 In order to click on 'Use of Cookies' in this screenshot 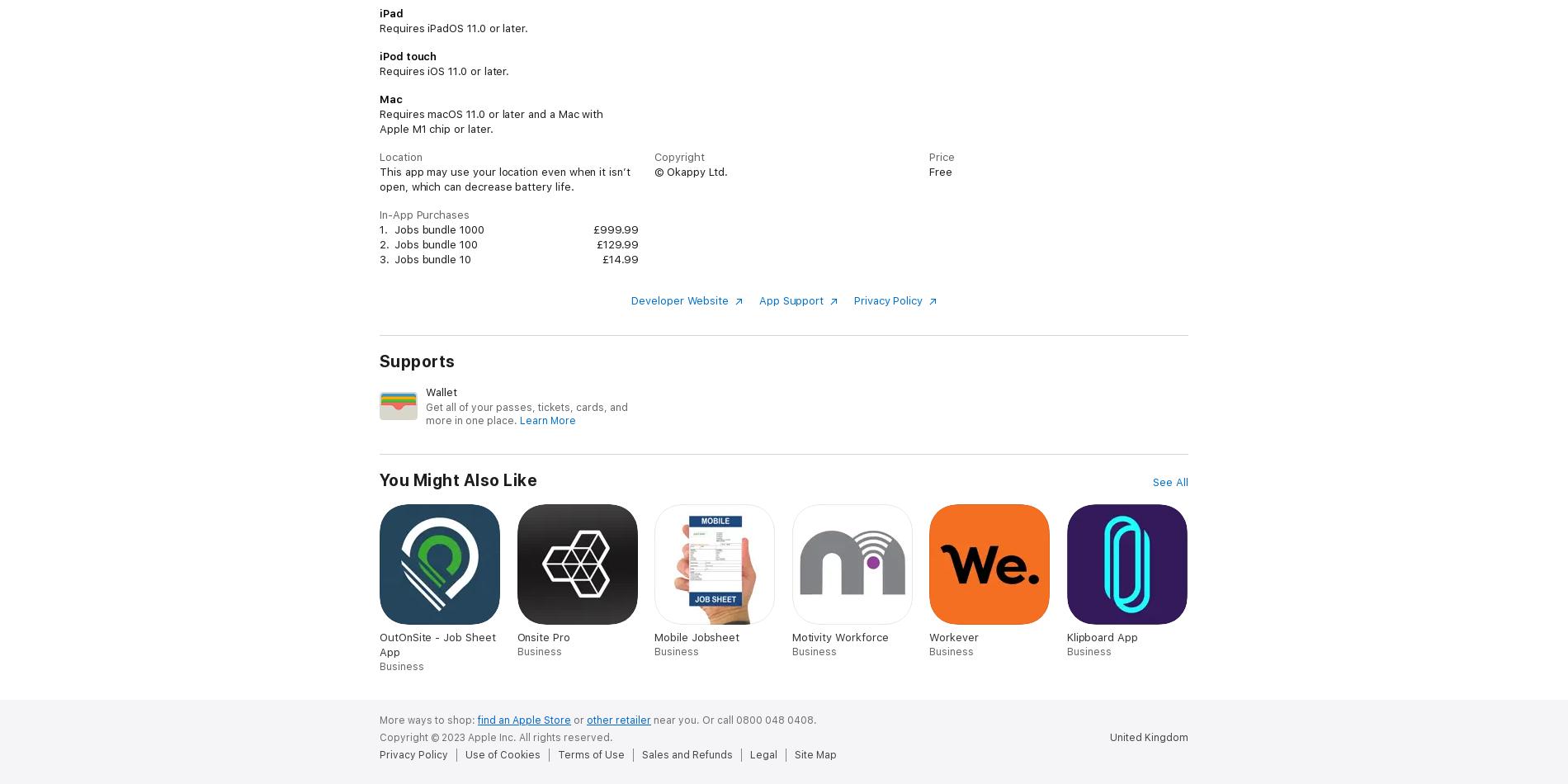, I will do `click(503, 753)`.